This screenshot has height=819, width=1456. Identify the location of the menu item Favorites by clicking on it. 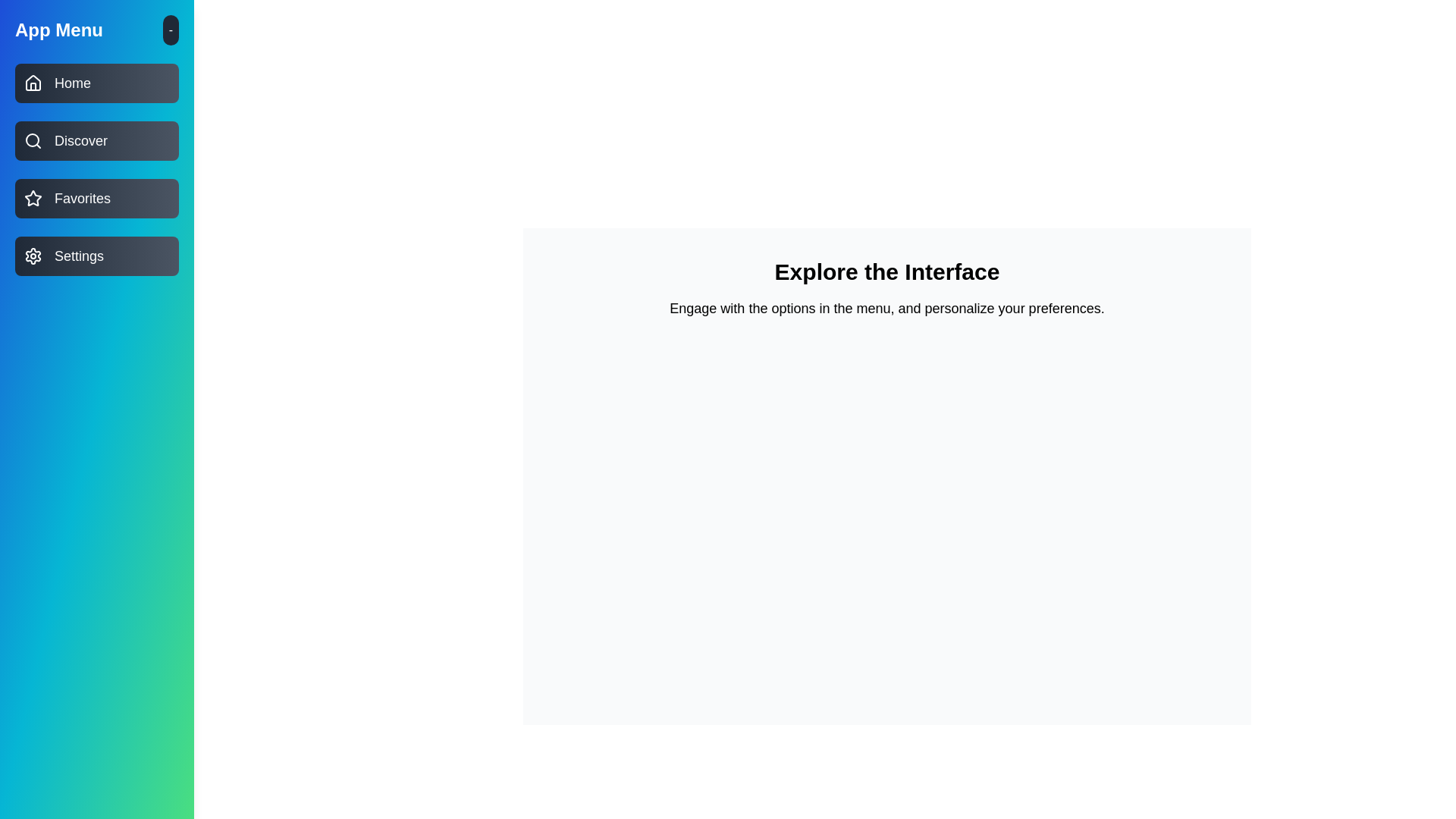
(96, 198).